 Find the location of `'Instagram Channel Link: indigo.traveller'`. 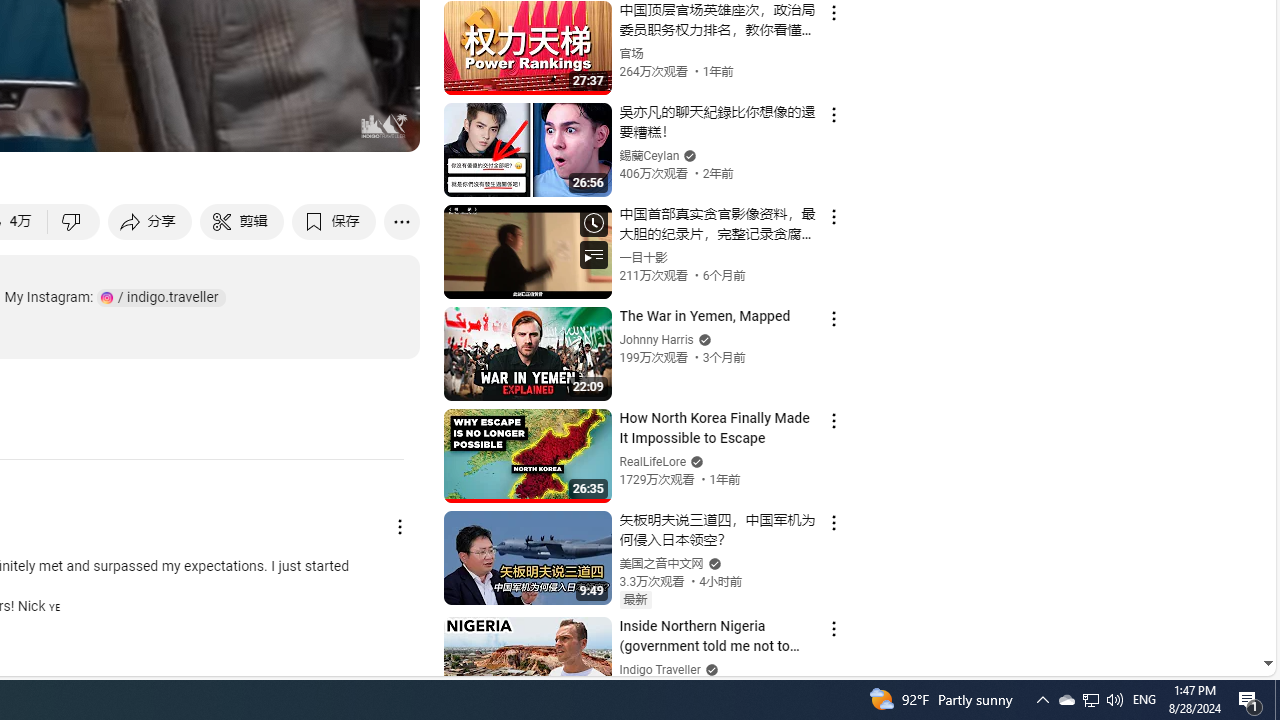

'Instagram Channel Link: indigo.traveller' is located at coordinates (161, 297).